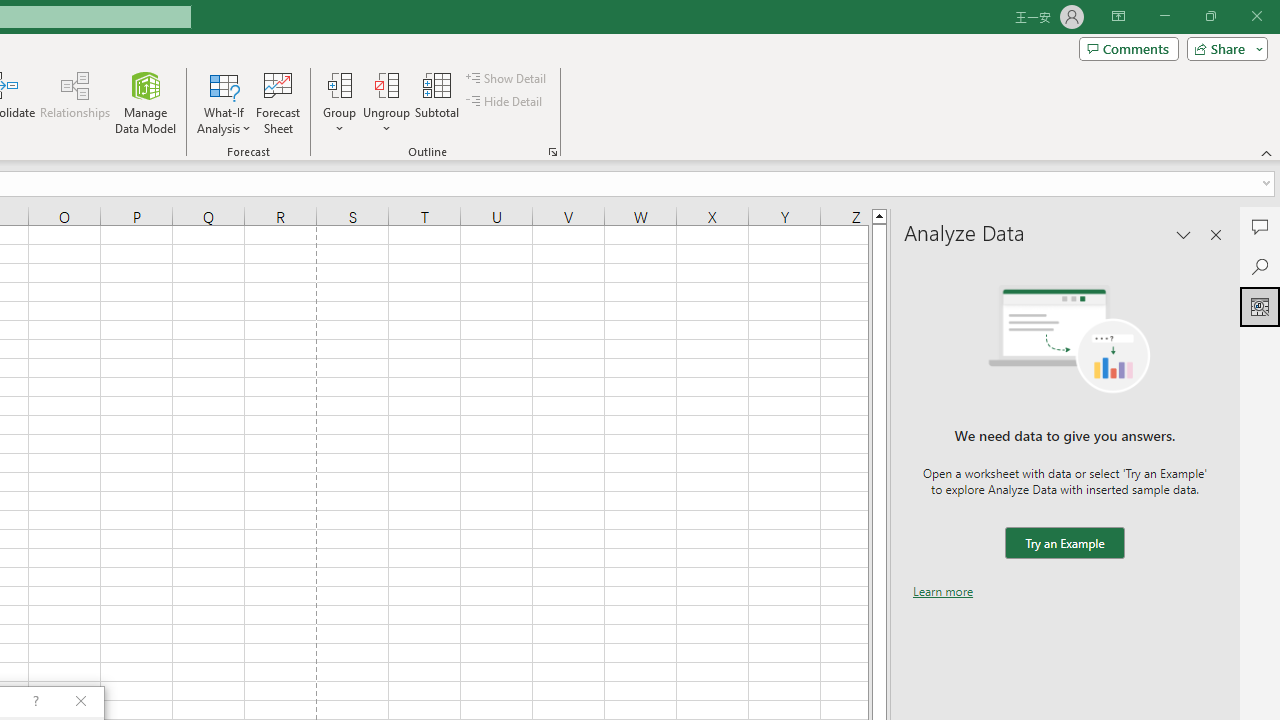 The height and width of the screenshot is (720, 1280). What do you see at coordinates (1117, 16) in the screenshot?
I see `'Ribbon Display Options'` at bounding box center [1117, 16].